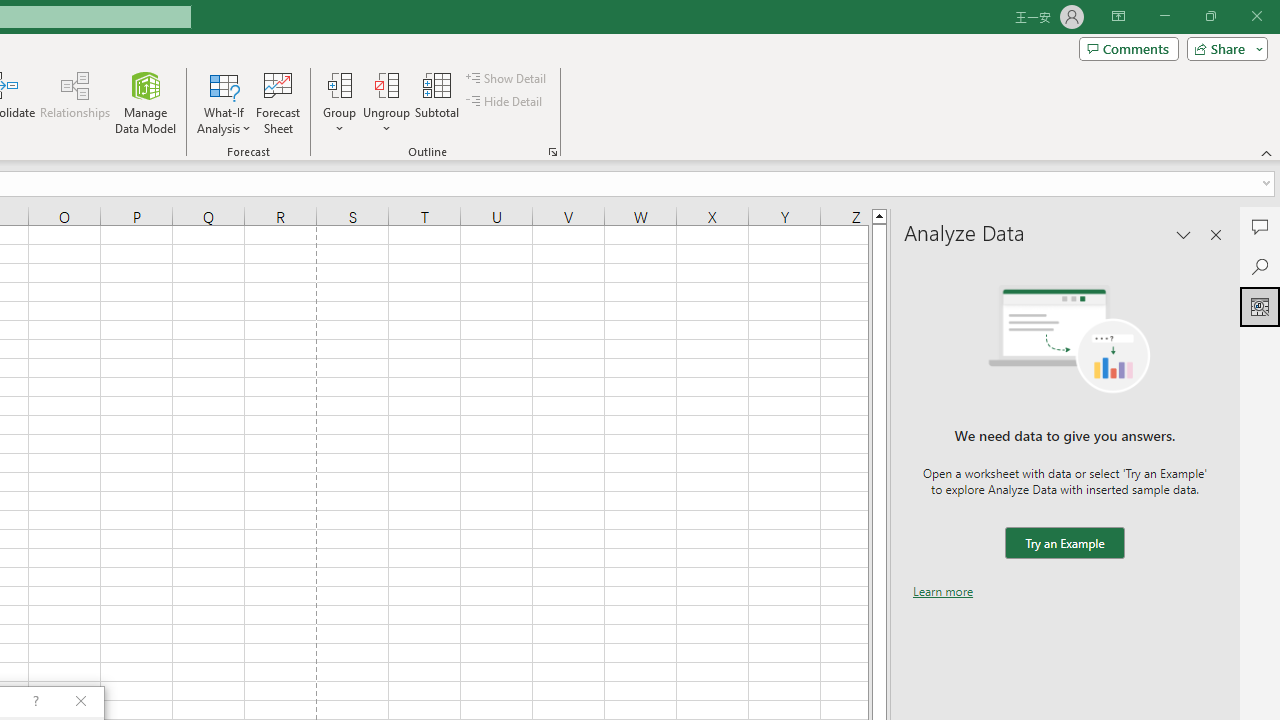 The height and width of the screenshot is (720, 1280). What do you see at coordinates (1117, 16) in the screenshot?
I see `'Ribbon Display Options'` at bounding box center [1117, 16].